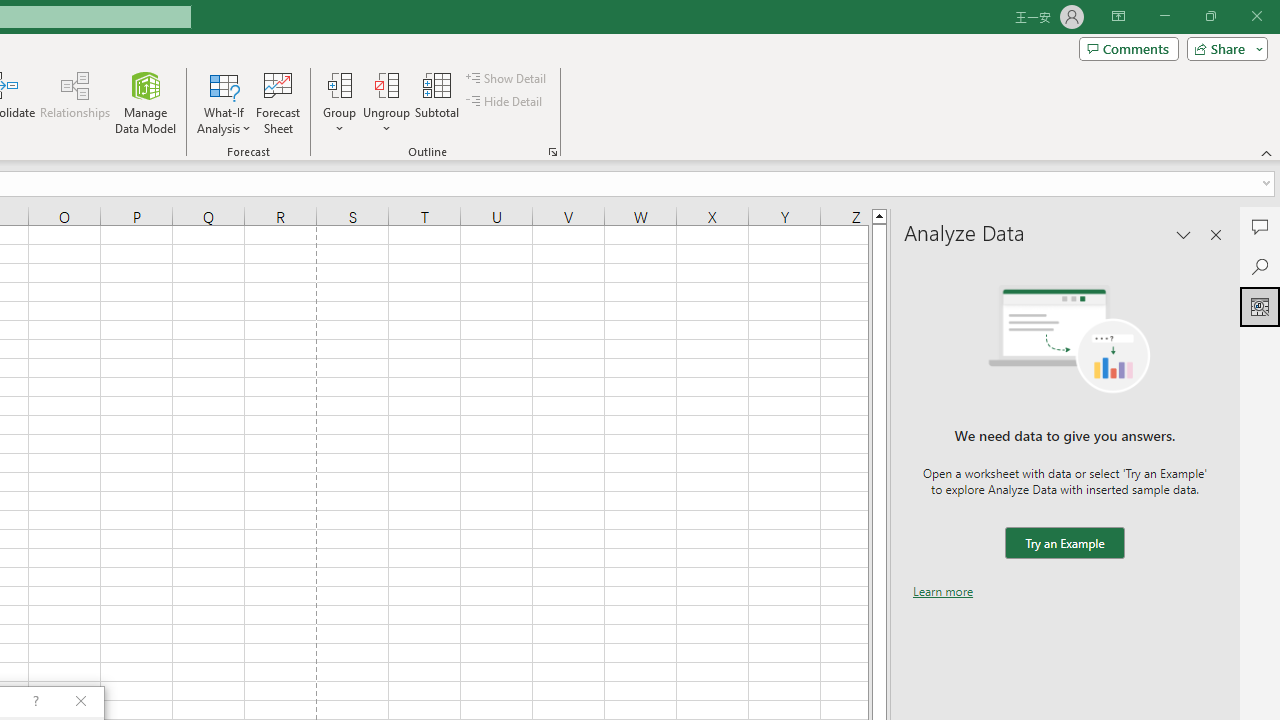 The height and width of the screenshot is (720, 1280). What do you see at coordinates (1117, 16) in the screenshot?
I see `'Ribbon Display Options'` at bounding box center [1117, 16].